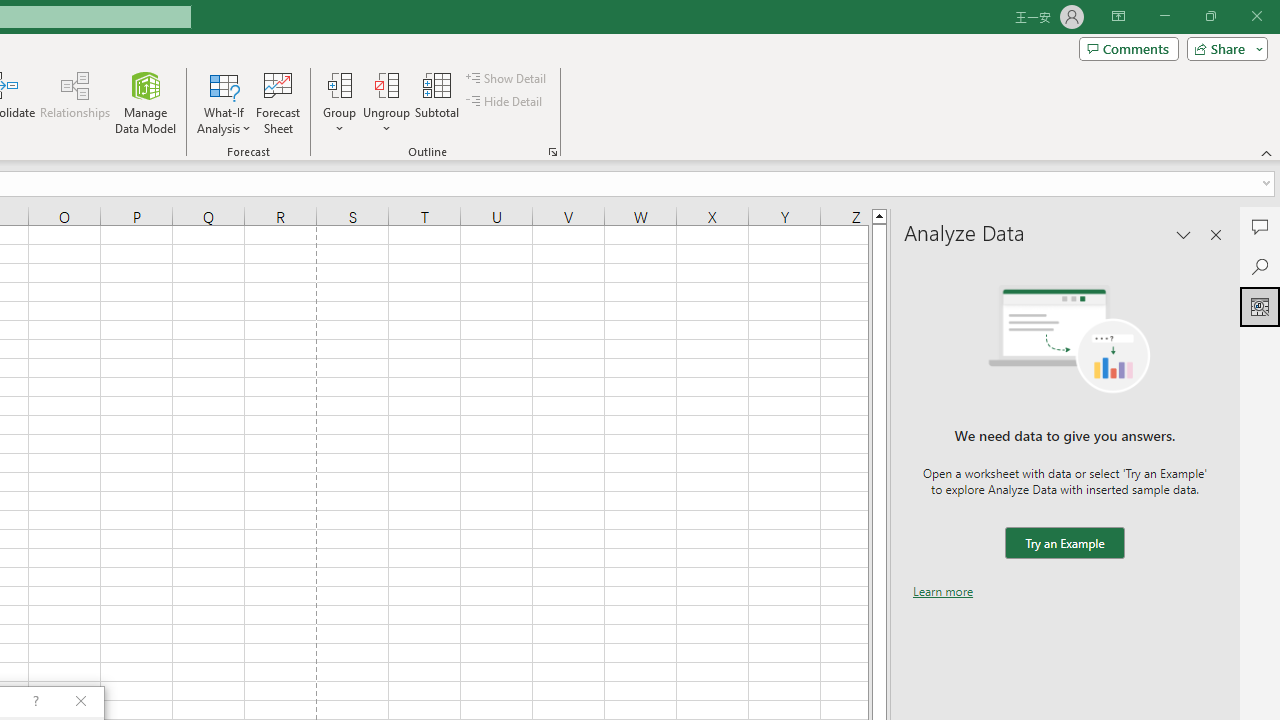 The height and width of the screenshot is (720, 1280). What do you see at coordinates (1117, 16) in the screenshot?
I see `'Ribbon Display Options'` at bounding box center [1117, 16].